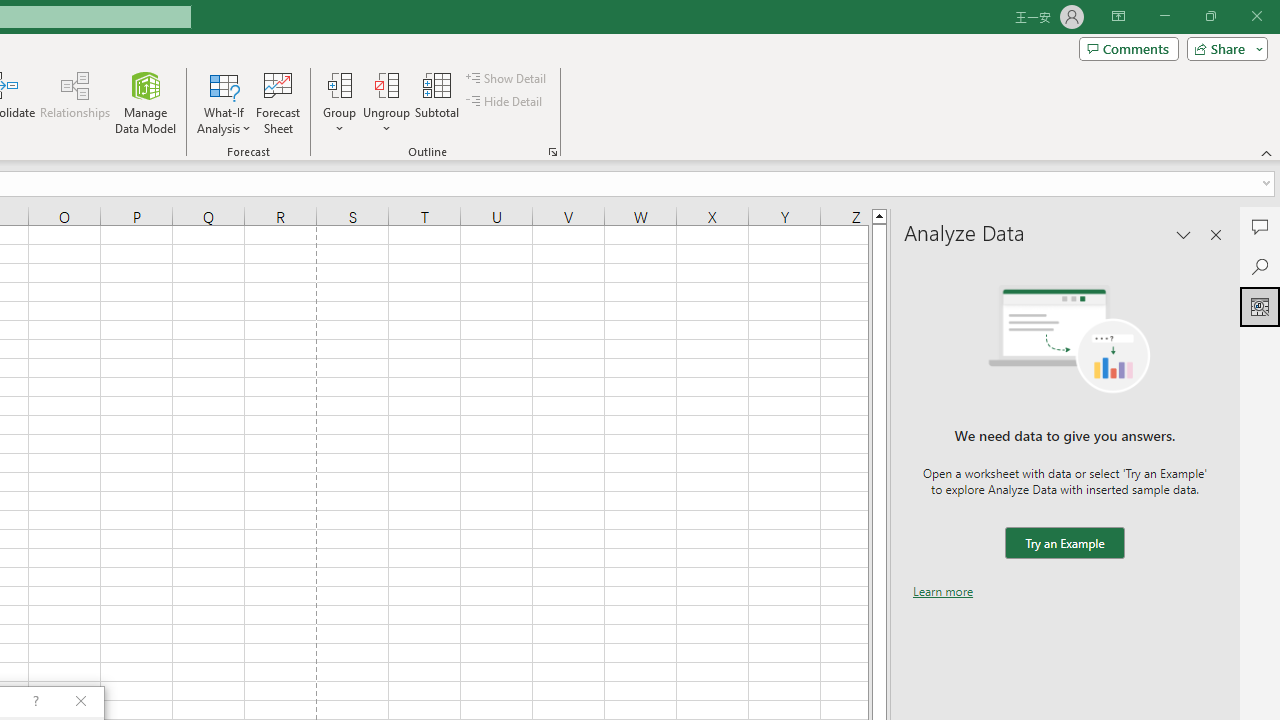 The height and width of the screenshot is (720, 1280). What do you see at coordinates (1117, 16) in the screenshot?
I see `'Ribbon Display Options'` at bounding box center [1117, 16].